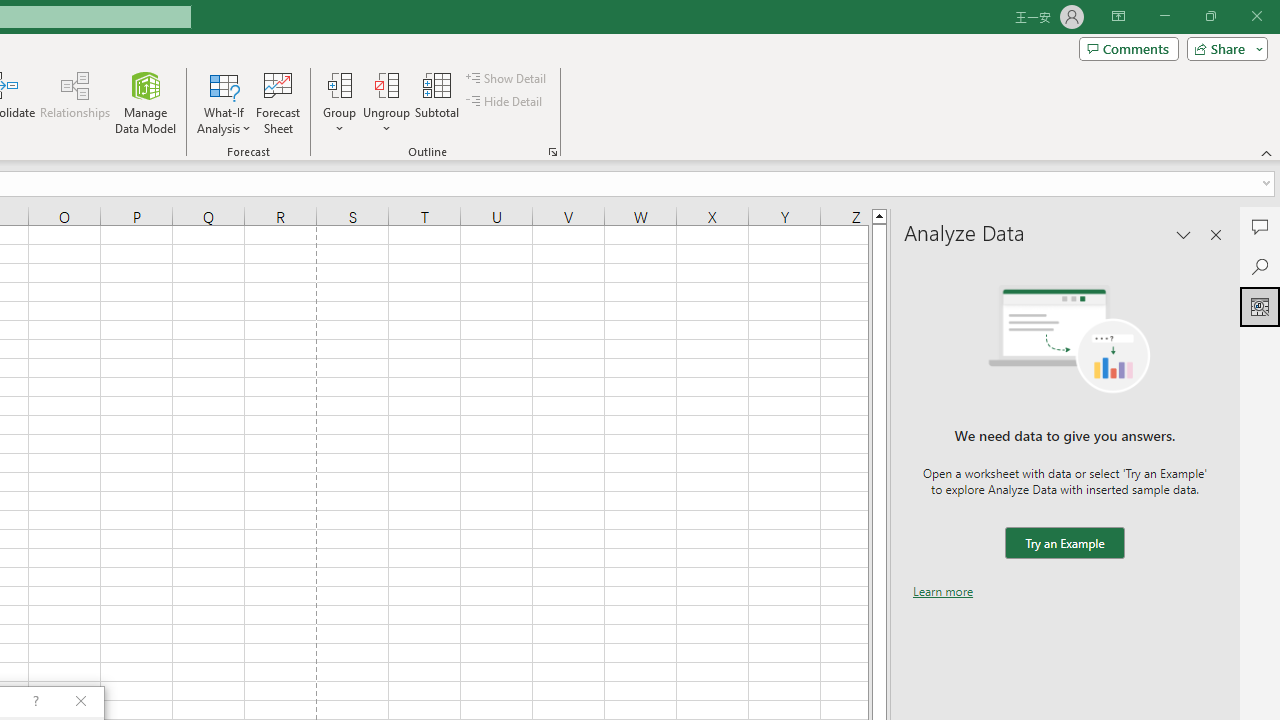 The height and width of the screenshot is (720, 1280). What do you see at coordinates (1117, 16) in the screenshot?
I see `'Ribbon Display Options'` at bounding box center [1117, 16].